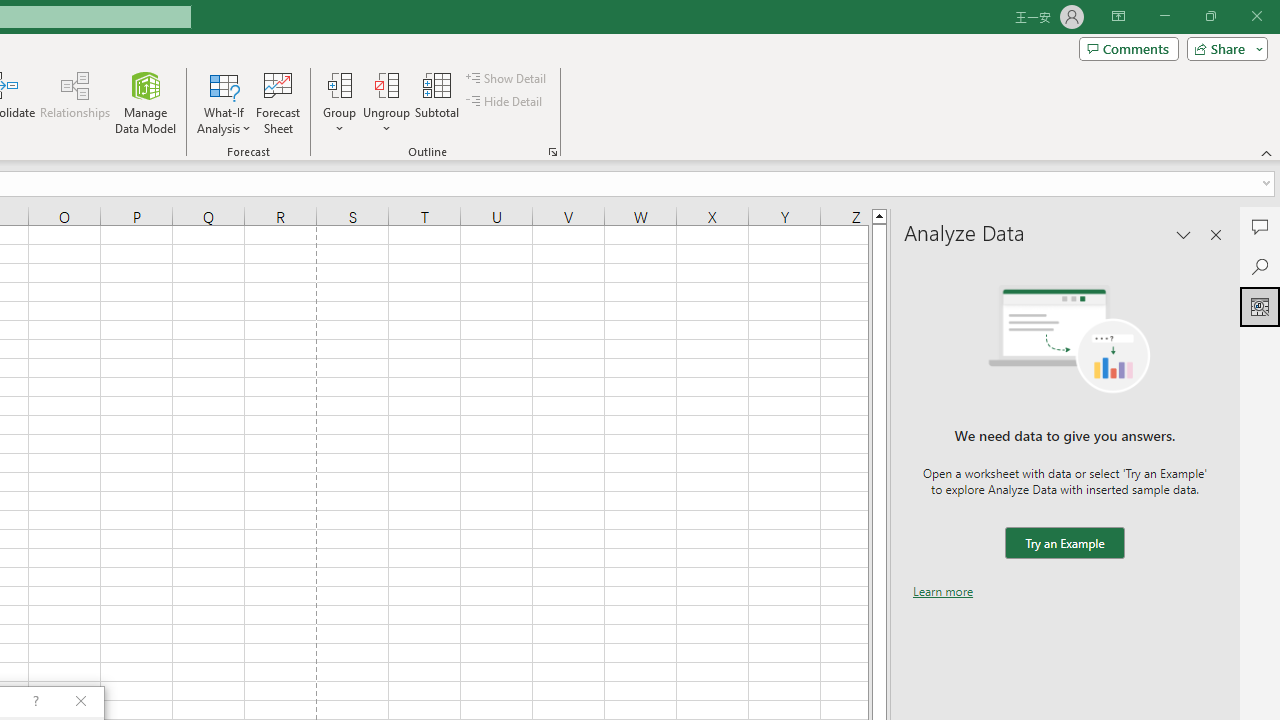 The height and width of the screenshot is (720, 1280). What do you see at coordinates (1117, 16) in the screenshot?
I see `'Ribbon Display Options'` at bounding box center [1117, 16].